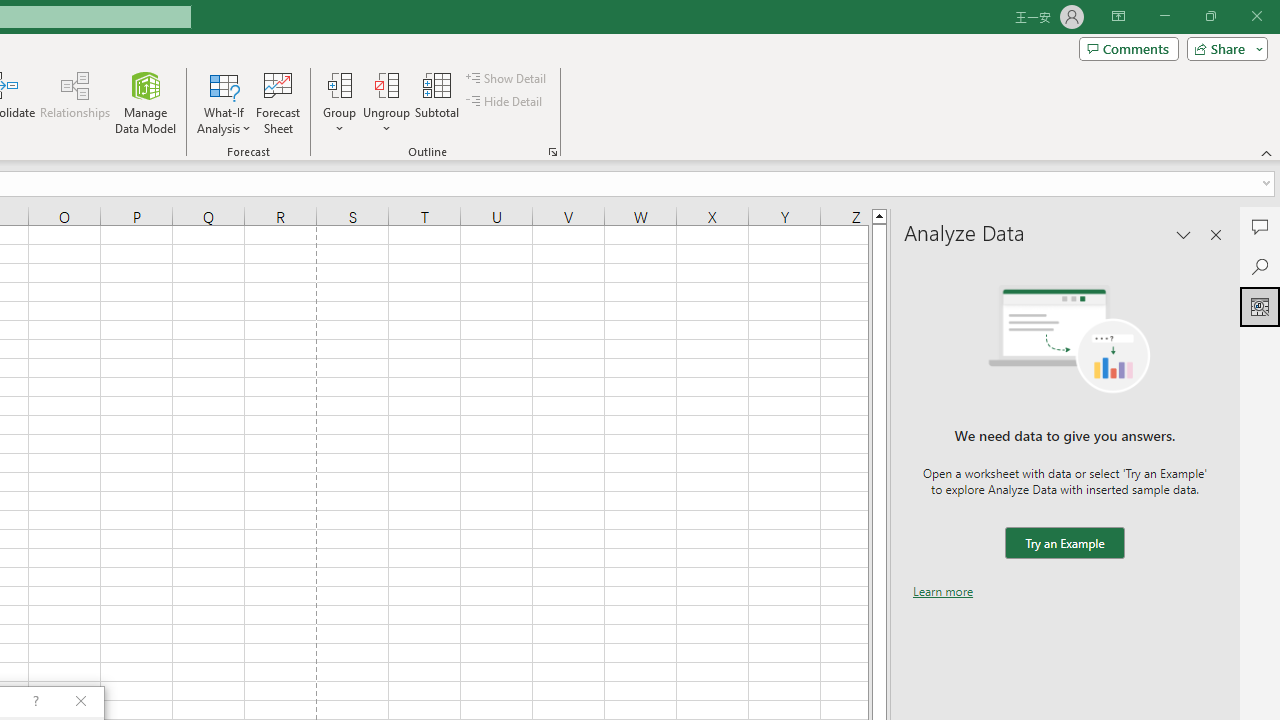 The height and width of the screenshot is (720, 1280). What do you see at coordinates (1117, 16) in the screenshot?
I see `'Ribbon Display Options'` at bounding box center [1117, 16].